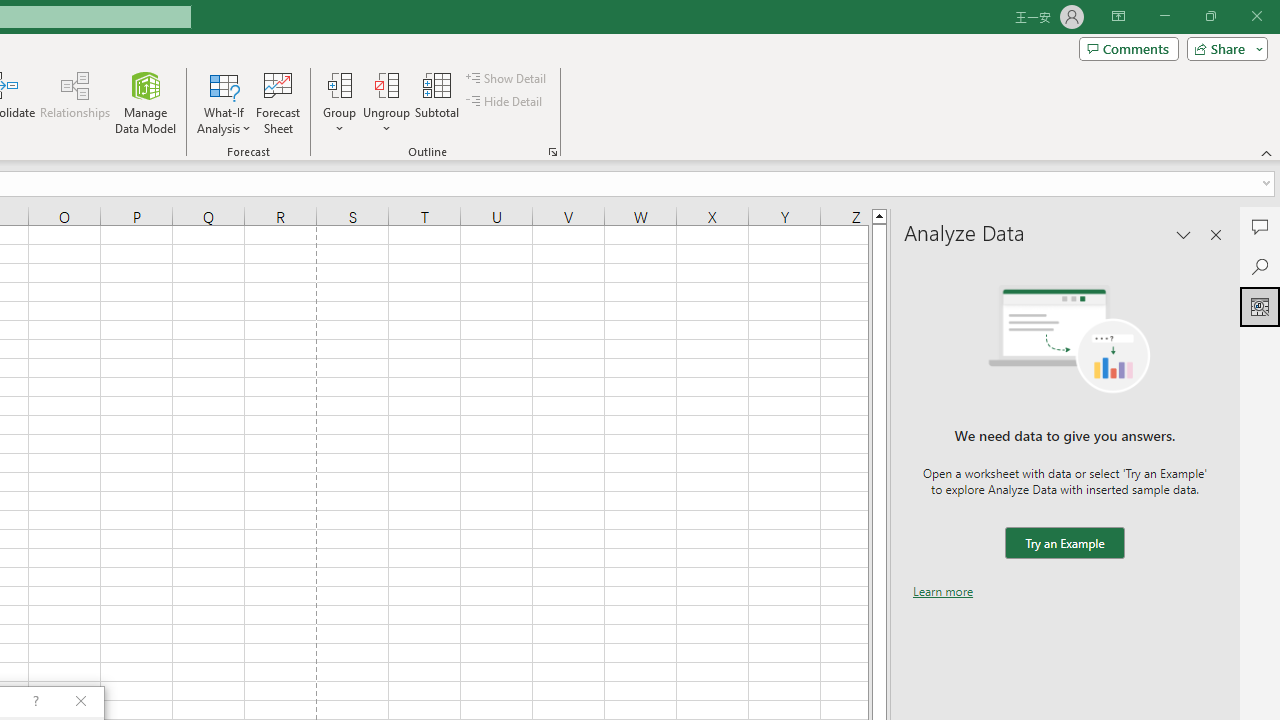 The height and width of the screenshot is (720, 1280). What do you see at coordinates (1117, 16) in the screenshot?
I see `'Ribbon Display Options'` at bounding box center [1117, 16].